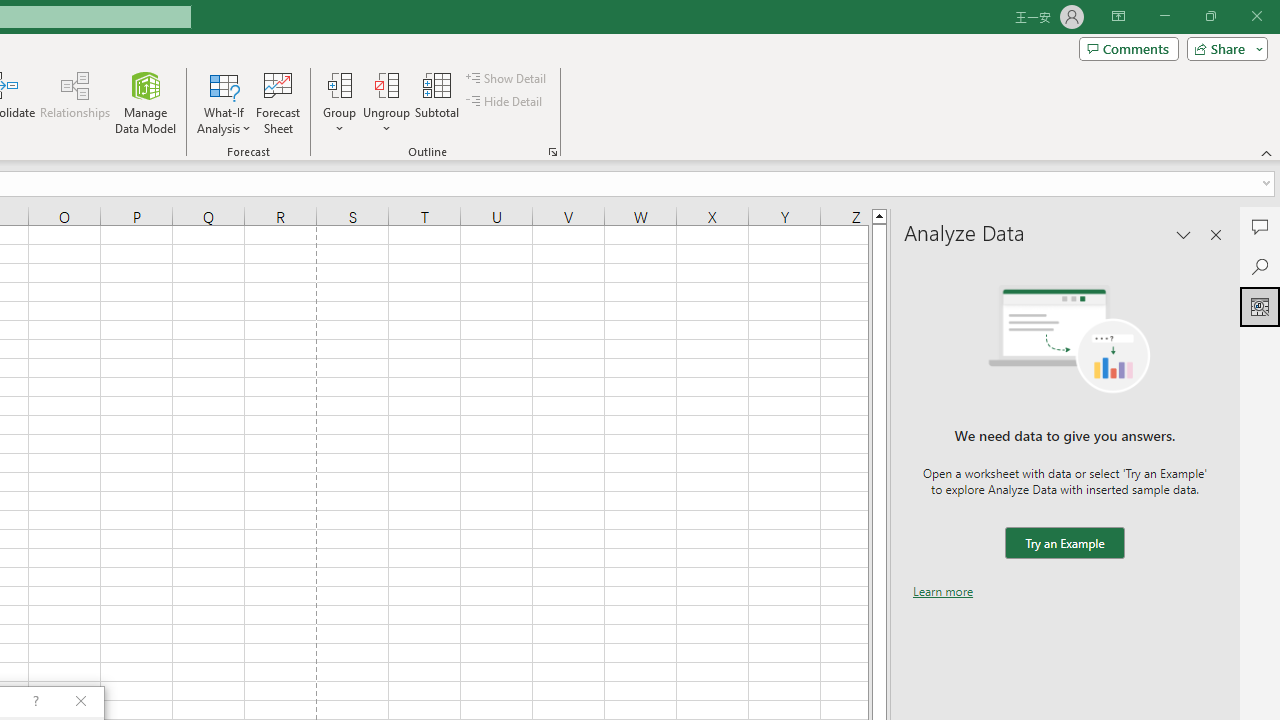 The height and width of the screenshot is (720, 1280). What do you see at coordinates (1117, 16) in the screenshot?
I see `'Ribbon Display Options'` at bounding box center [1117, 16].